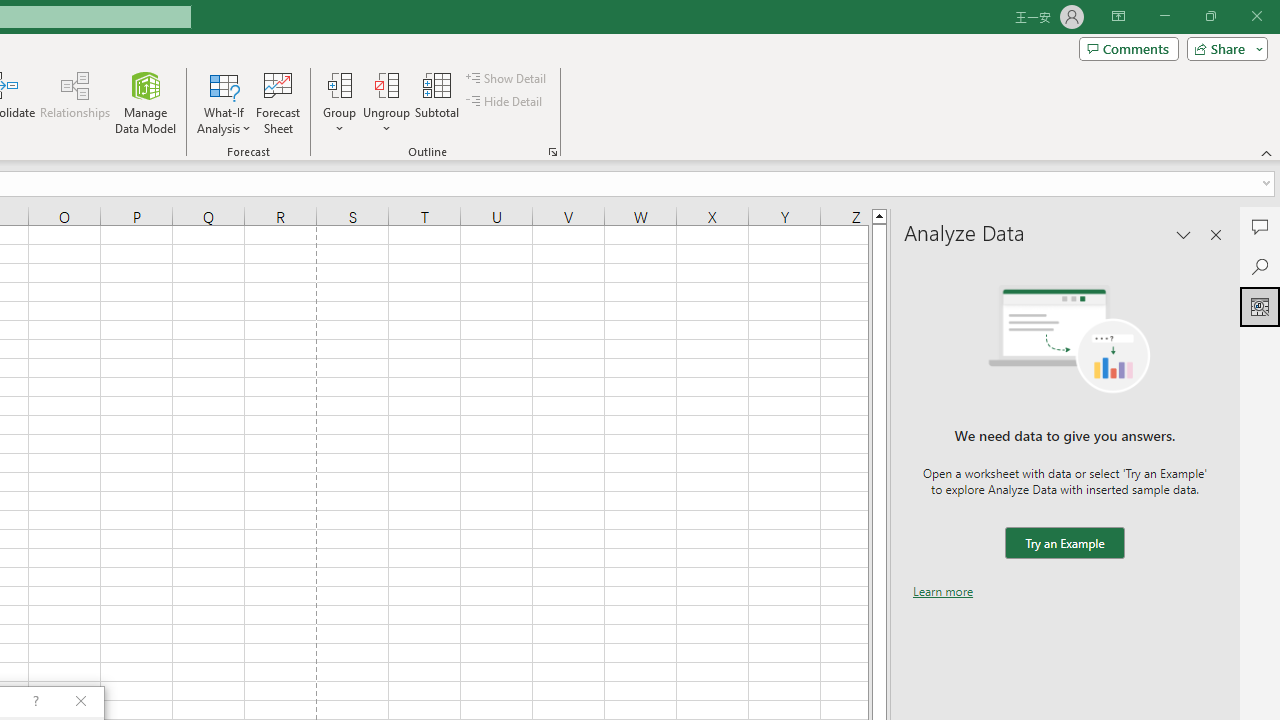 The height and width of the screenshot is (720, 1280). What do you see at coordinates (1117, 16) in the screenshot?
I see `'Ribbon Display Options'` at bounding box center [1117, 16].